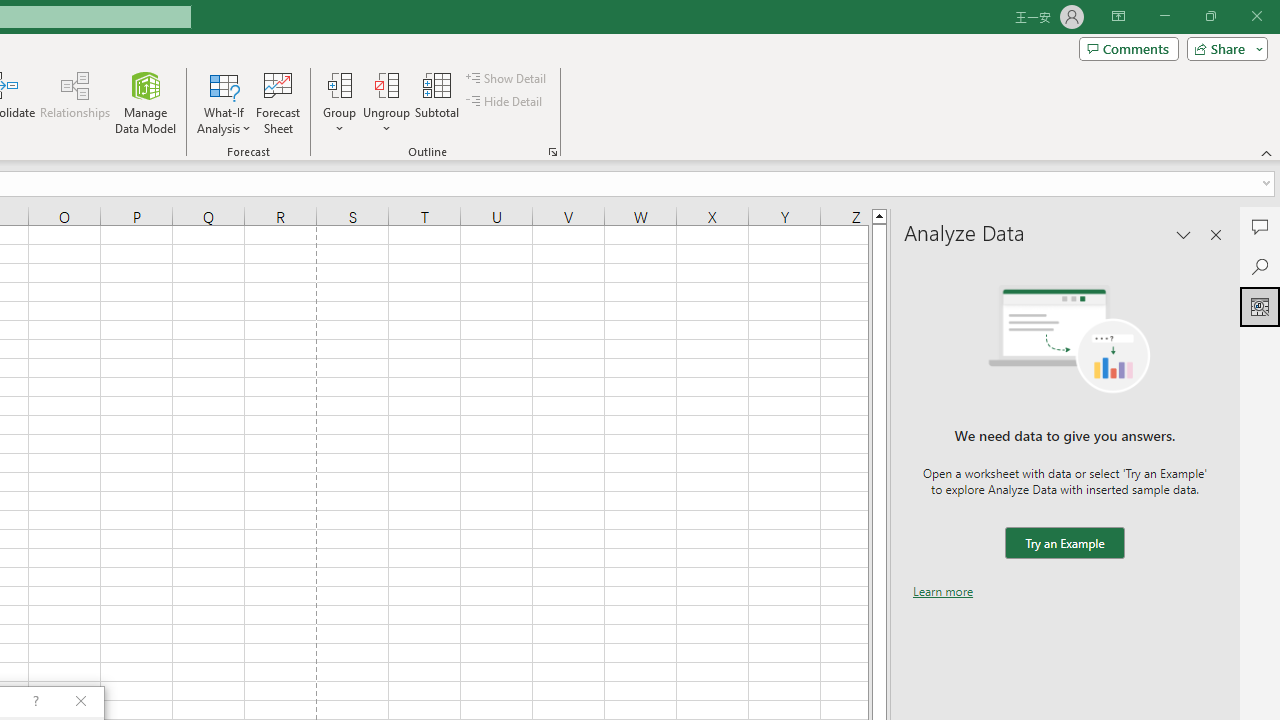 The height and width of the screenshot is (720, 1280). What do you see at coordinates (1117, 16) in the screenshot?
I see `'Ribbon Display Options'` at bounding box center [1117, 16].